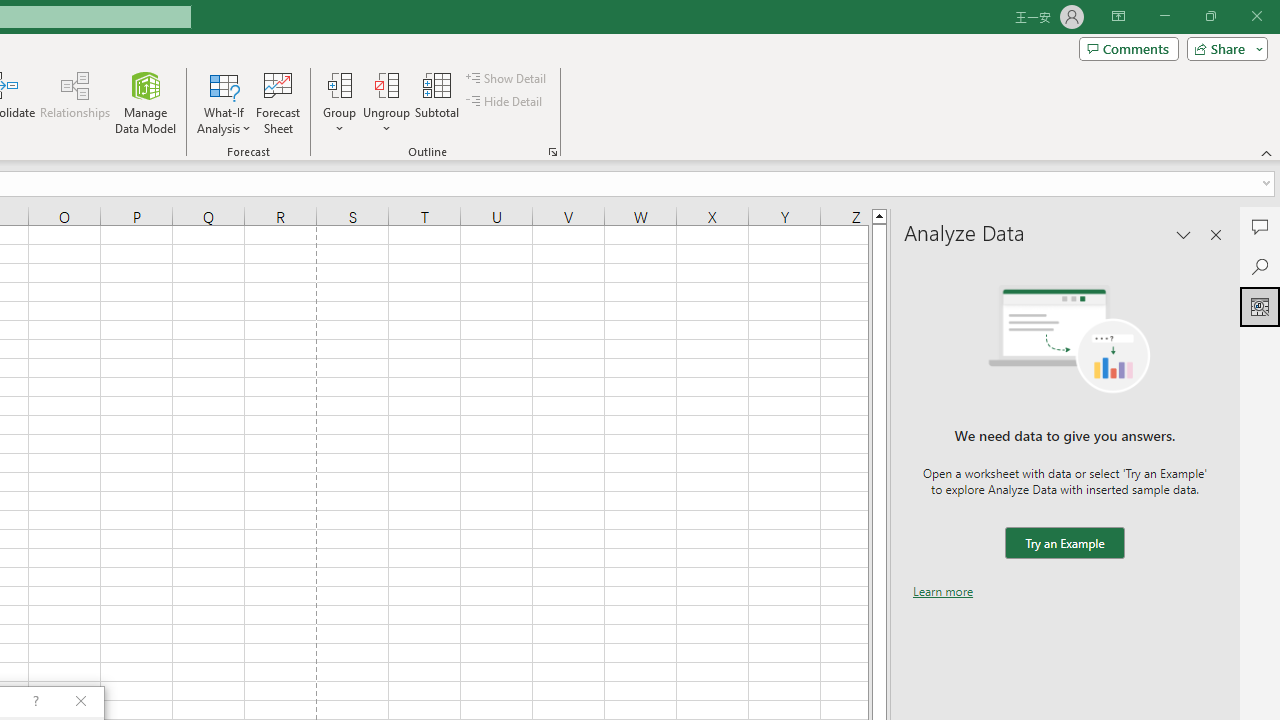 The height and width of the screenshot is (720, 1280). What do you see at coordinates (1117, 16) in the screenshot?
I see `'Ribbon Display Options'` at bounding box center [1117, 16].